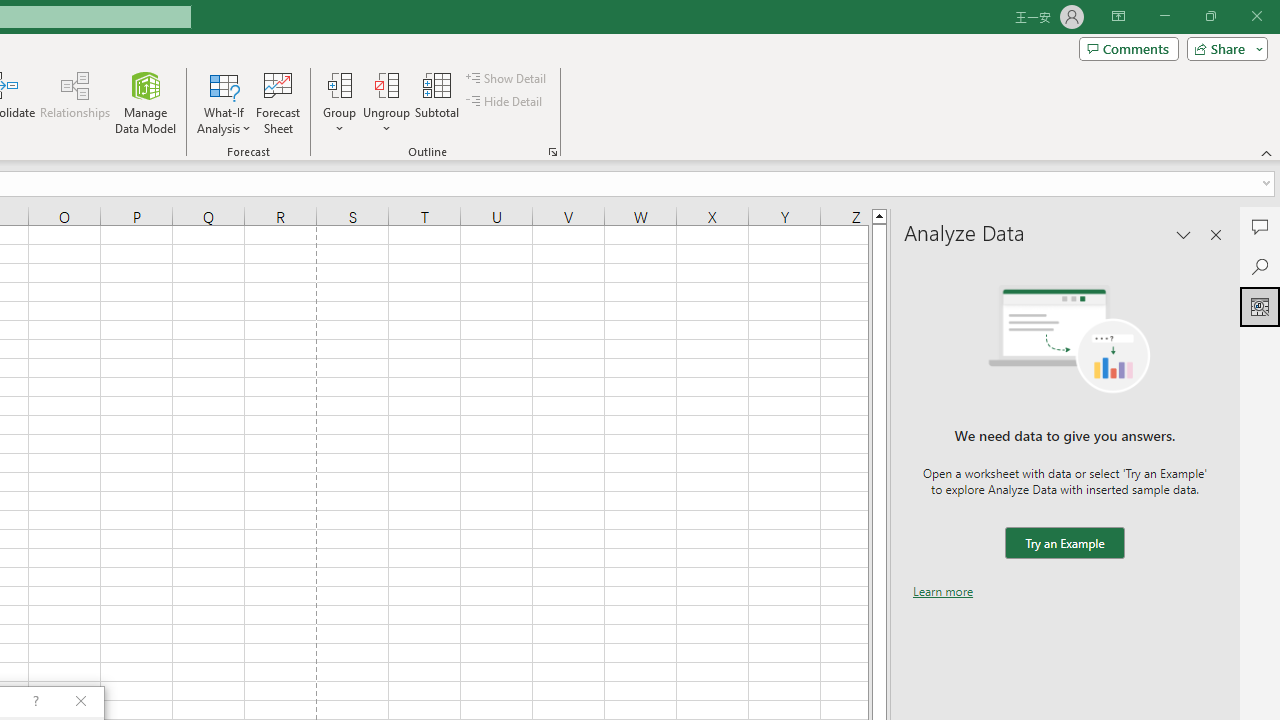 The height and width of the screenshot is (720, 1280). What do you see at coordinates (1117, 16) in the screenshot?
I see `'Ribbon Display Options'` at bounding box center [1117, 16].